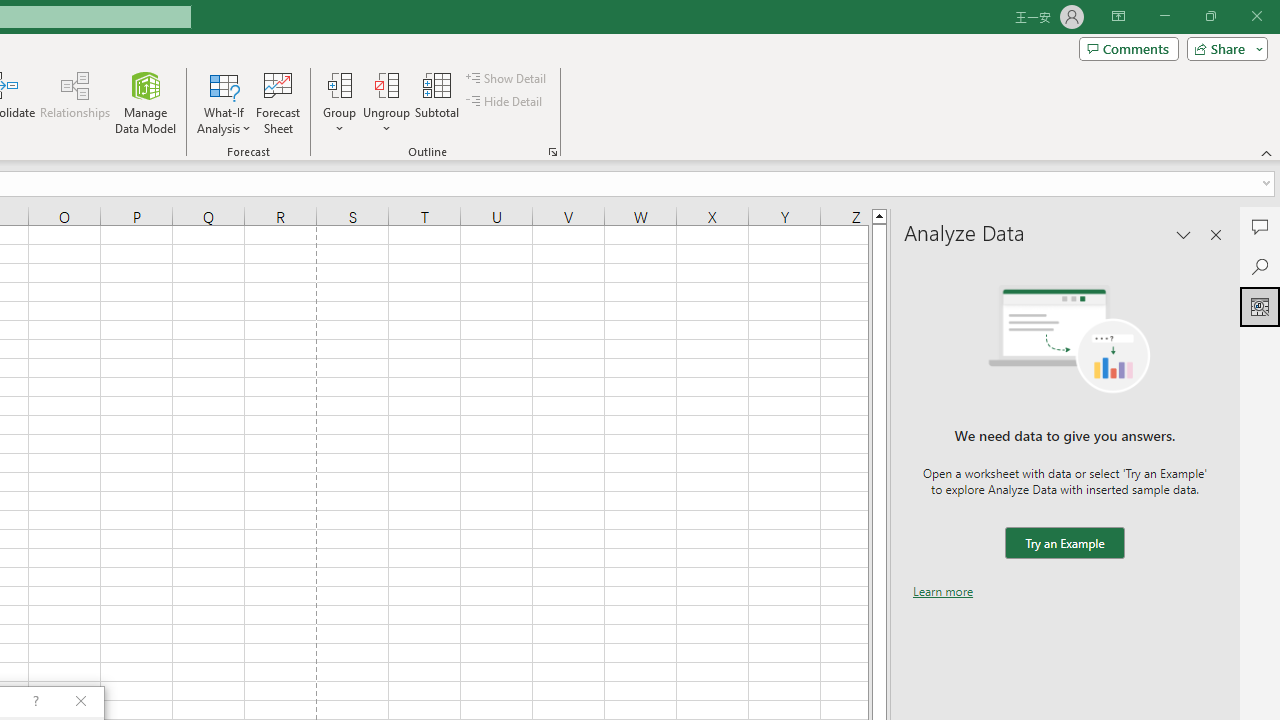 The height and width of the screenshot is (720, 1280). What do you see at coordinates (1117, 16) in the screenshot?
I see `'Ribbon Display Options'` at bounding box center [1117, 16].